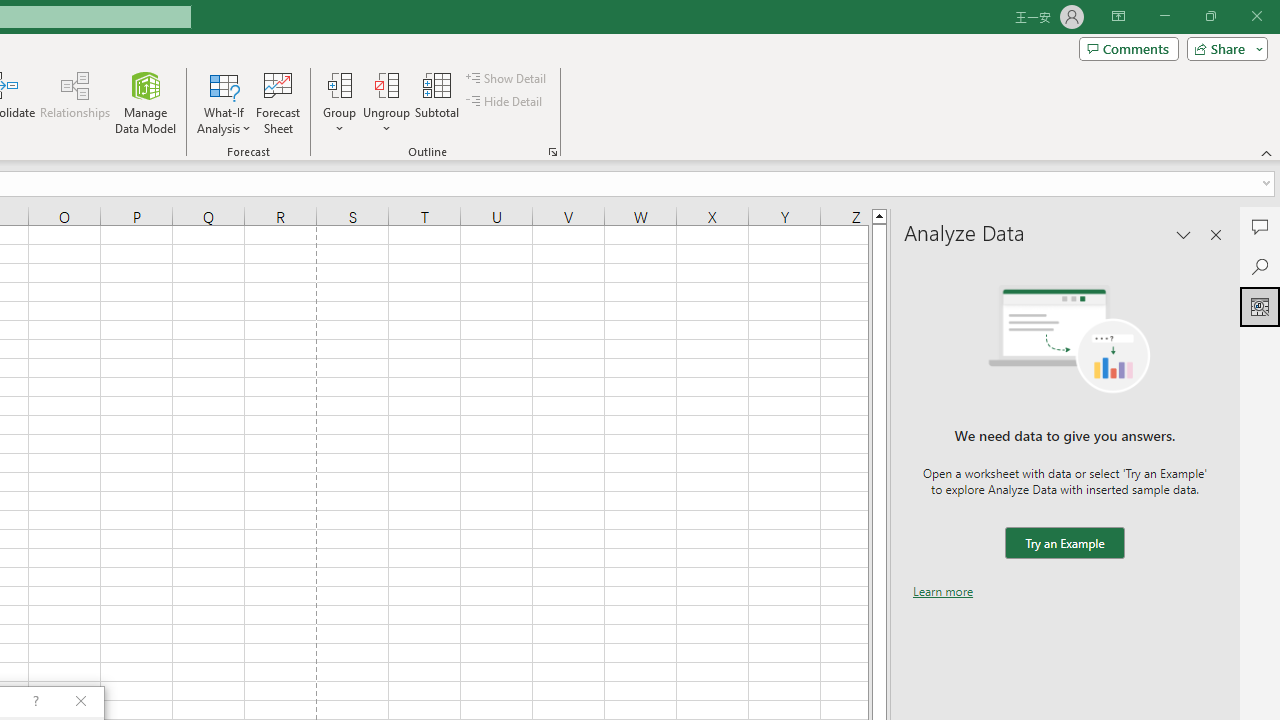 The height and width of the screenshot is (720, 1280). What do you see at coordinates (1117, 16) in the screenshot?
I see `'Ribbon Display Options'` at bounding box center [1117, 16].